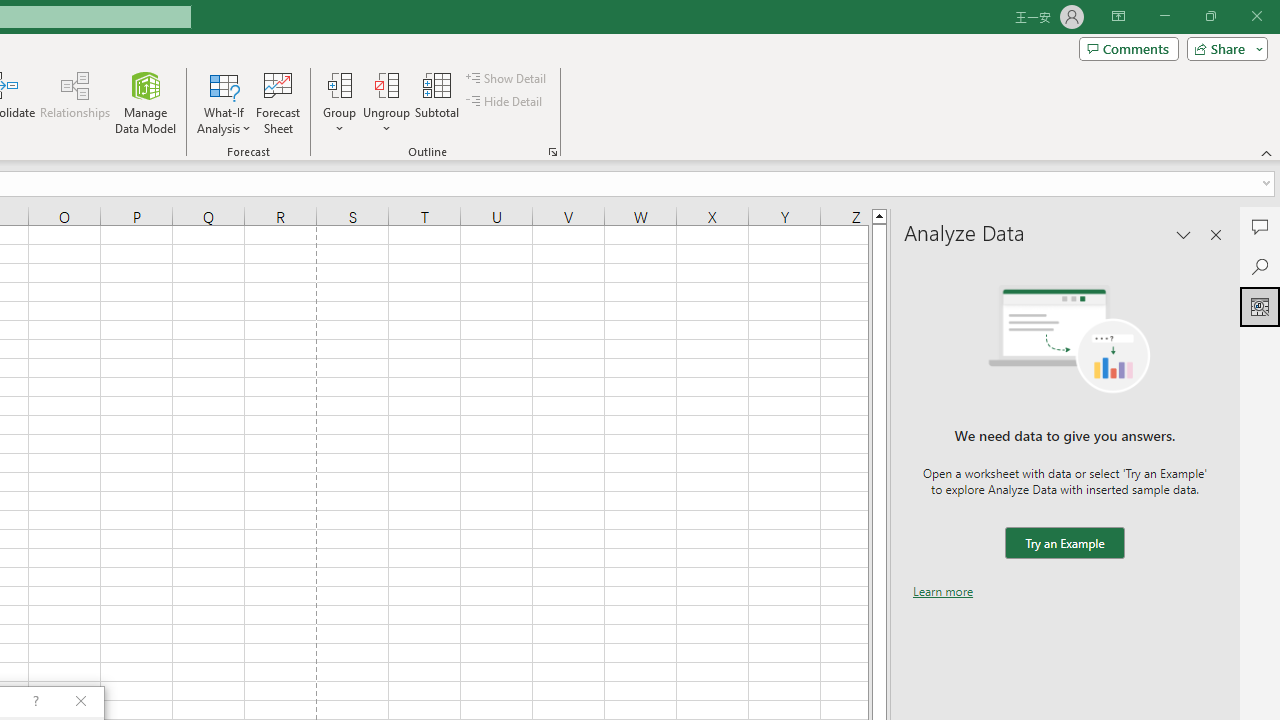 The height and width of the screenshot is (720, 1280). What do you see at coordinates (1117, 16) in the screenshot?
I see `'Ribbon Display Options'` at bounding box center [1117, 16].